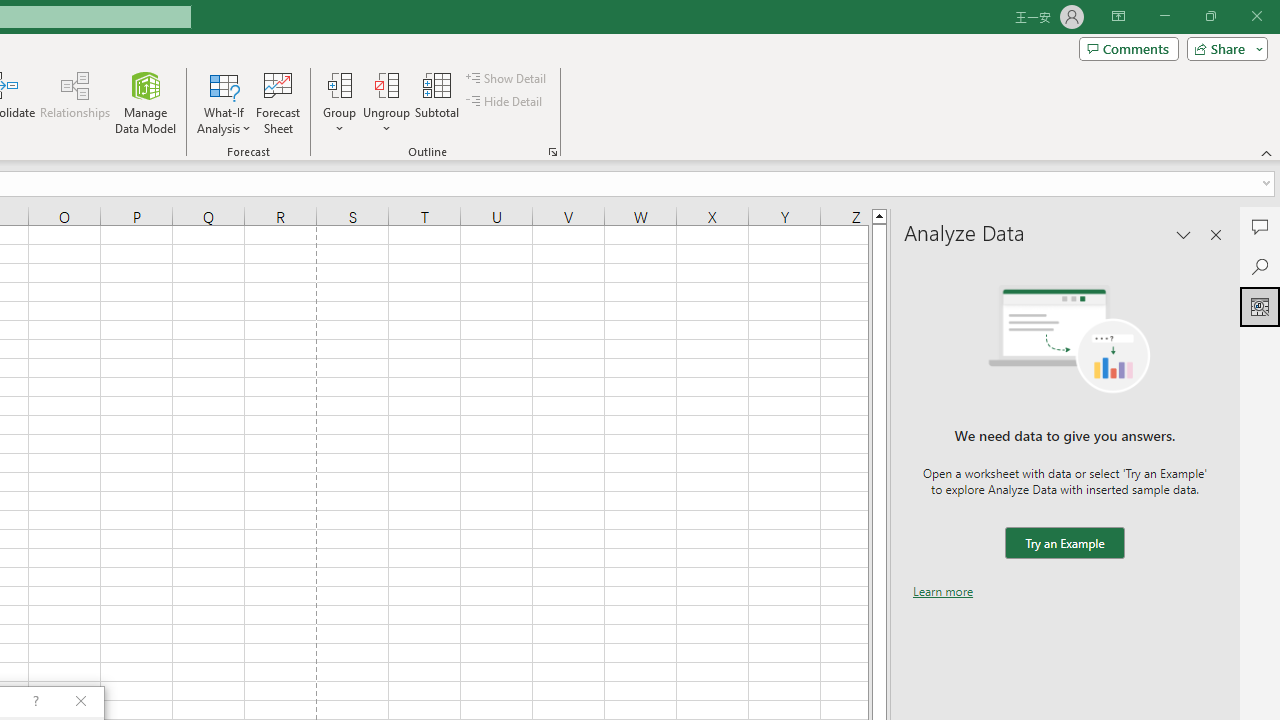 The height and width of the screenshot is (720, 1280). What do you see at coordinates (1117, 16) in the screenshot?
I see `'Ribbon Display Options'` at bounding box center [1117, 16].